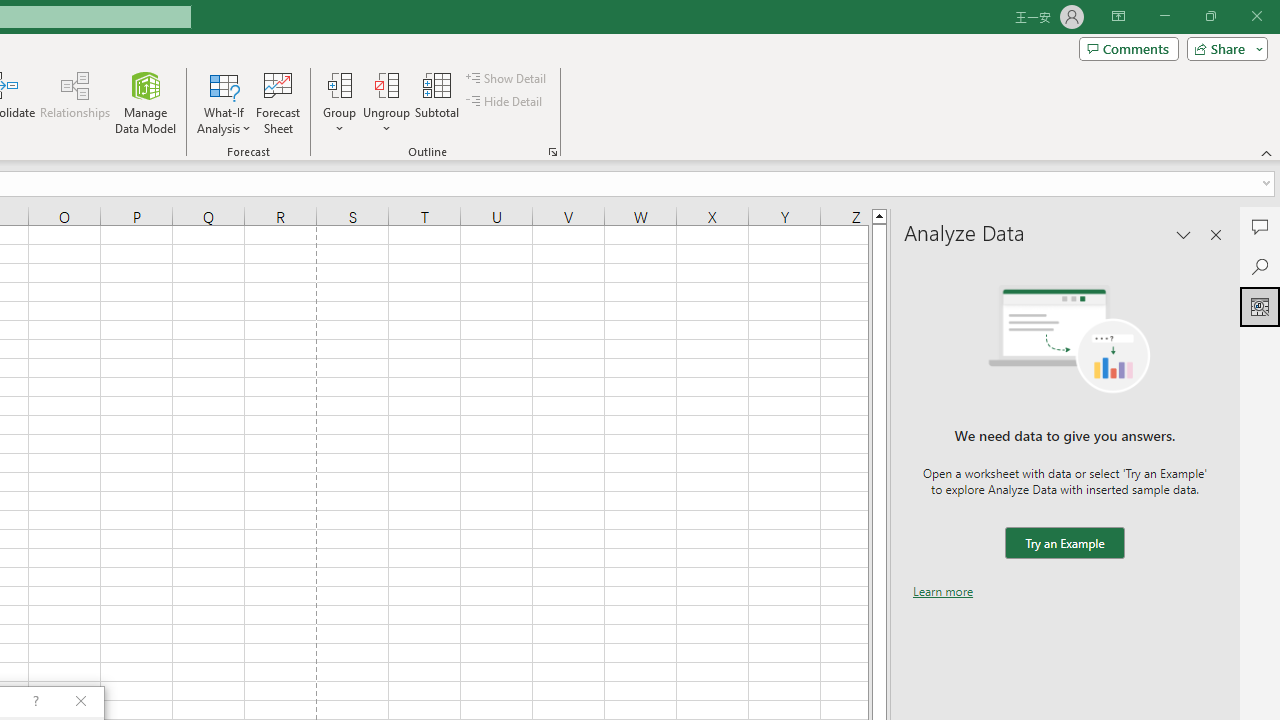 The height and width of the screenshot is (720, 1280). What do you see at coordinates (1117, 16) in the screenshot?
I see `'Ribbon Display Options'` at bounding box center [1117, 16].